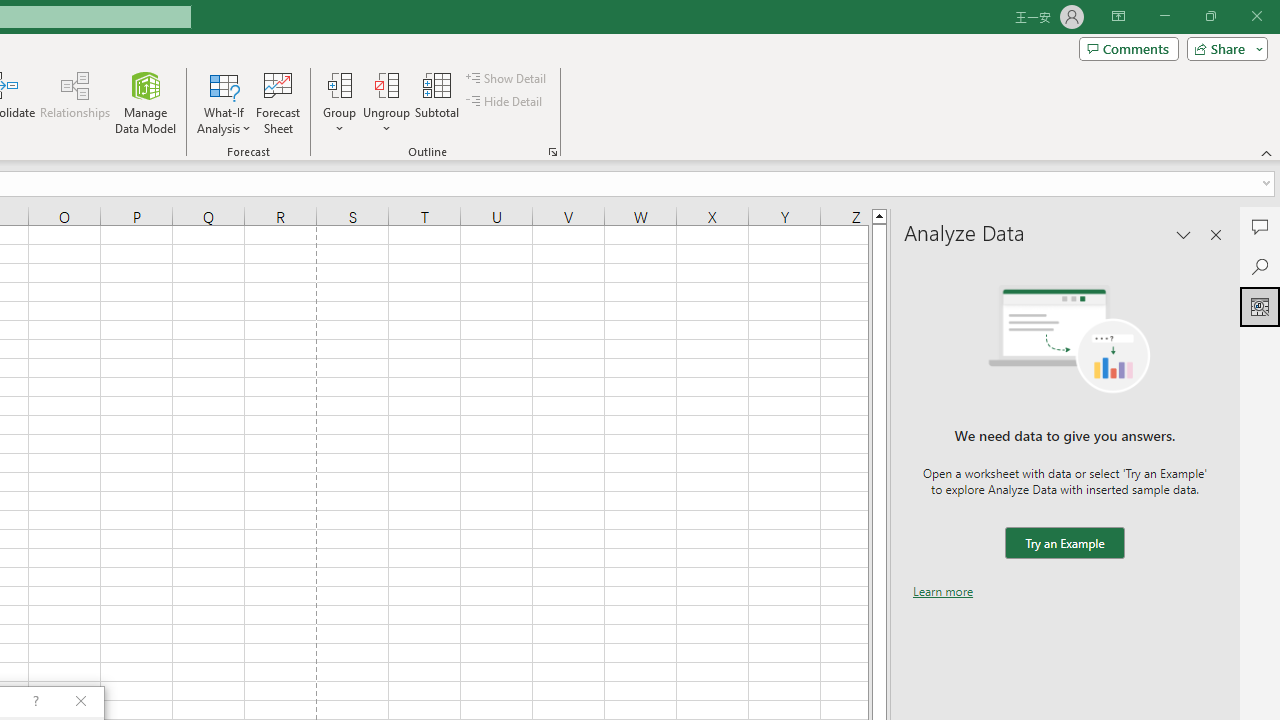 The height and width of the screenshot is (720, 1280). What do you see at coordinates (1117, 16) in the screenshot?
I see `'Ribbon Display Options'` at bounding box center [1117, 16].